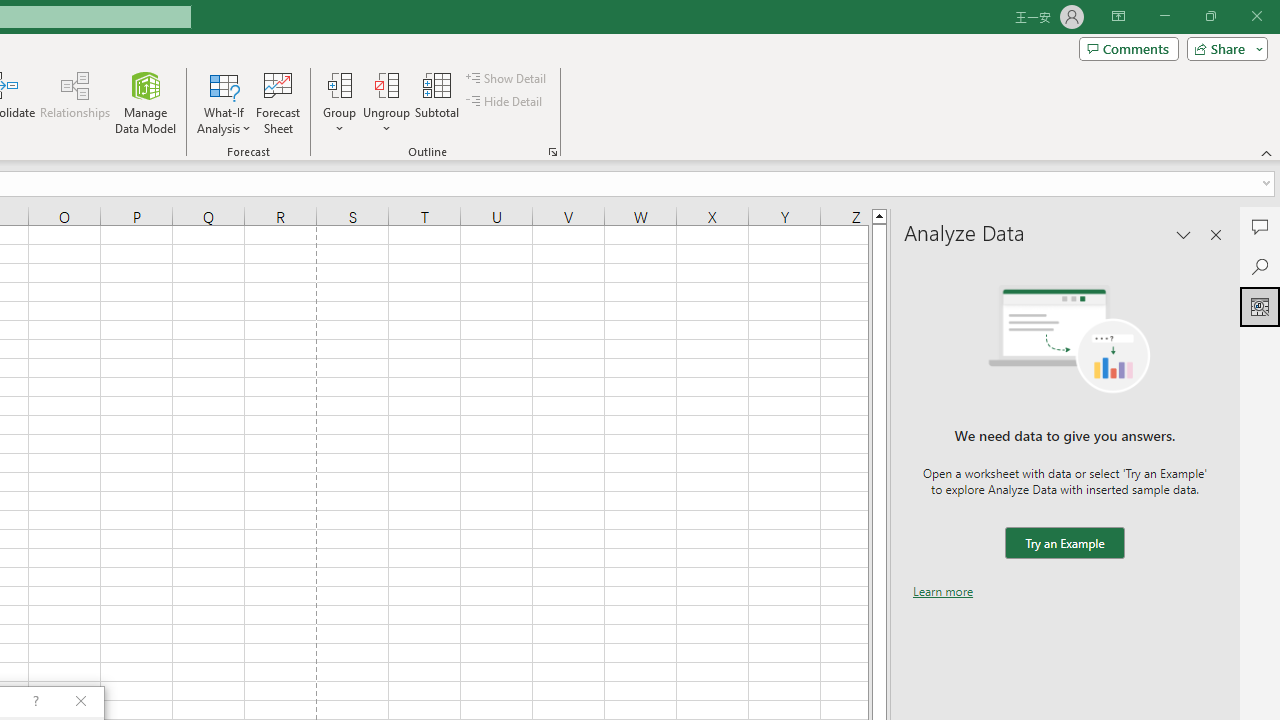 The height and width of the screenshot is (720, 1280). What do you see at coordinates (1117, 16) in the screenshot?
I see `'Ribbon Display Options'` at bounding box center [1117, 16].